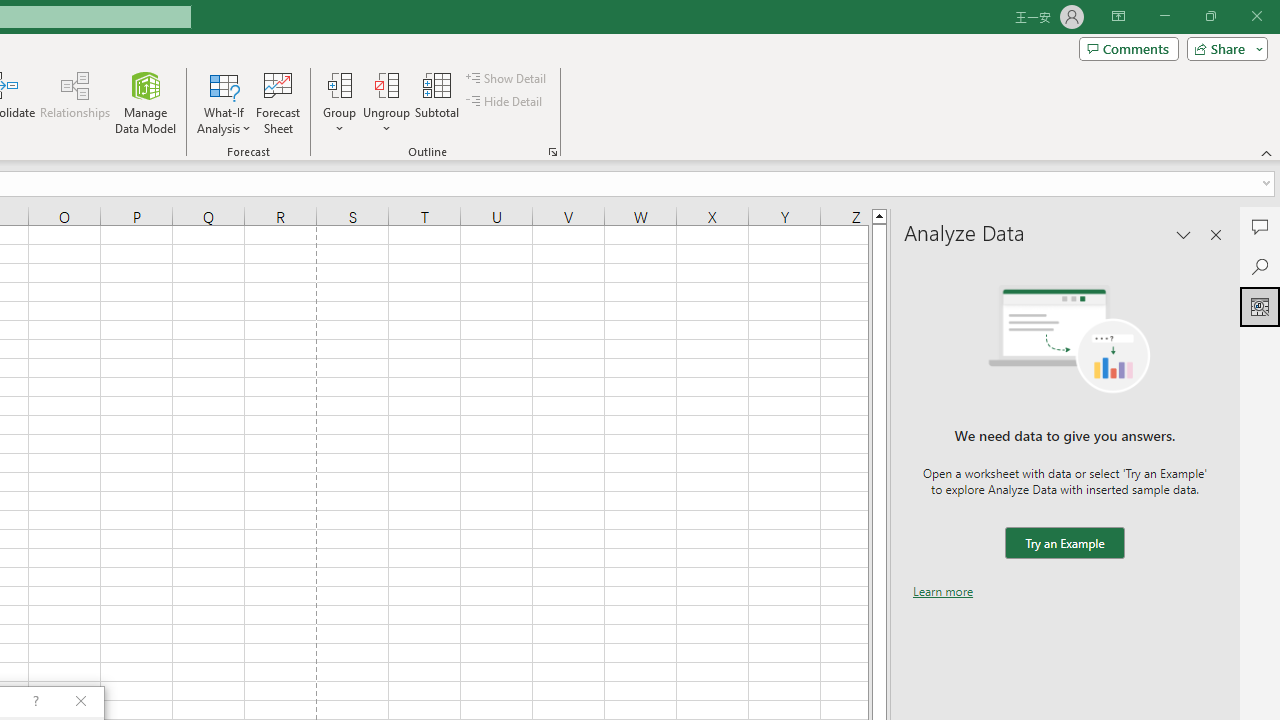 The height and width of the screenshot is (720, 1280). What do you see at coordinates (1117, 16) in the screenshot?
I see `'Ribbon Display Options'` at bounding box center [1117, 16].